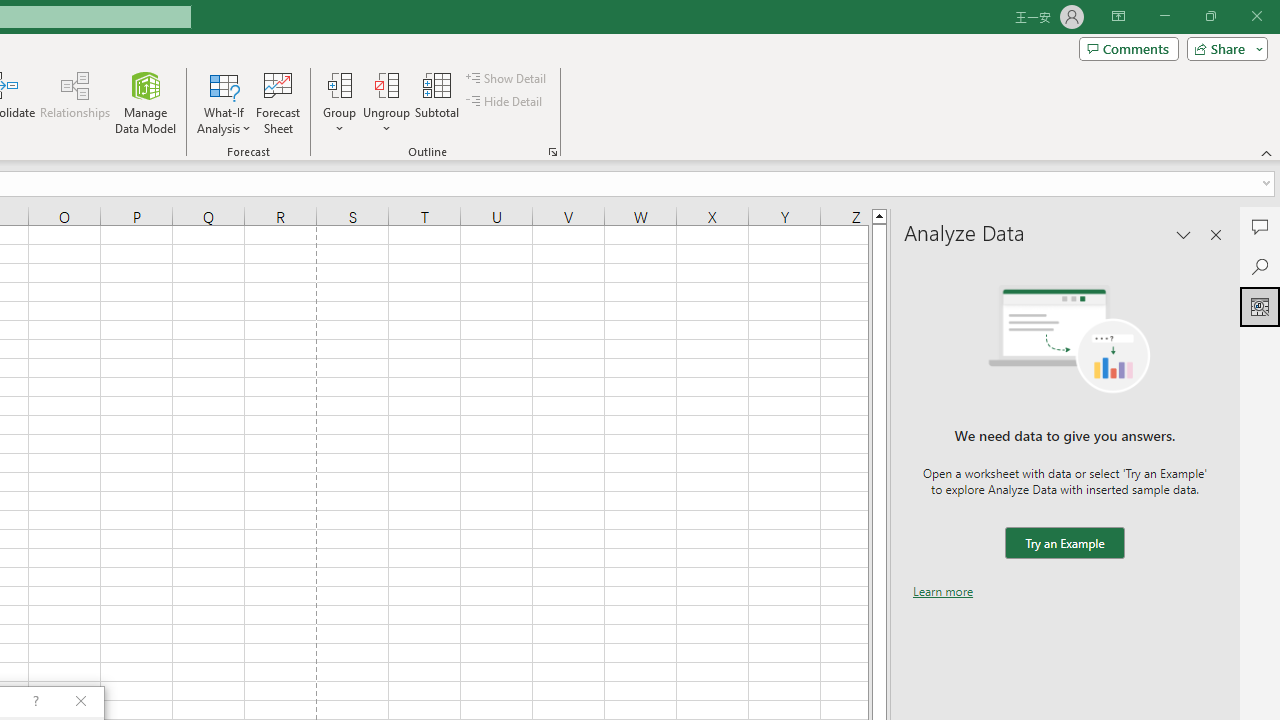 The height and width of the screenshot is (720, 1280). What do you see at coordinates (1117, 16) in the screenshot?
I see `'Ribbon Display Options'` at bounding box center [1117, 16].